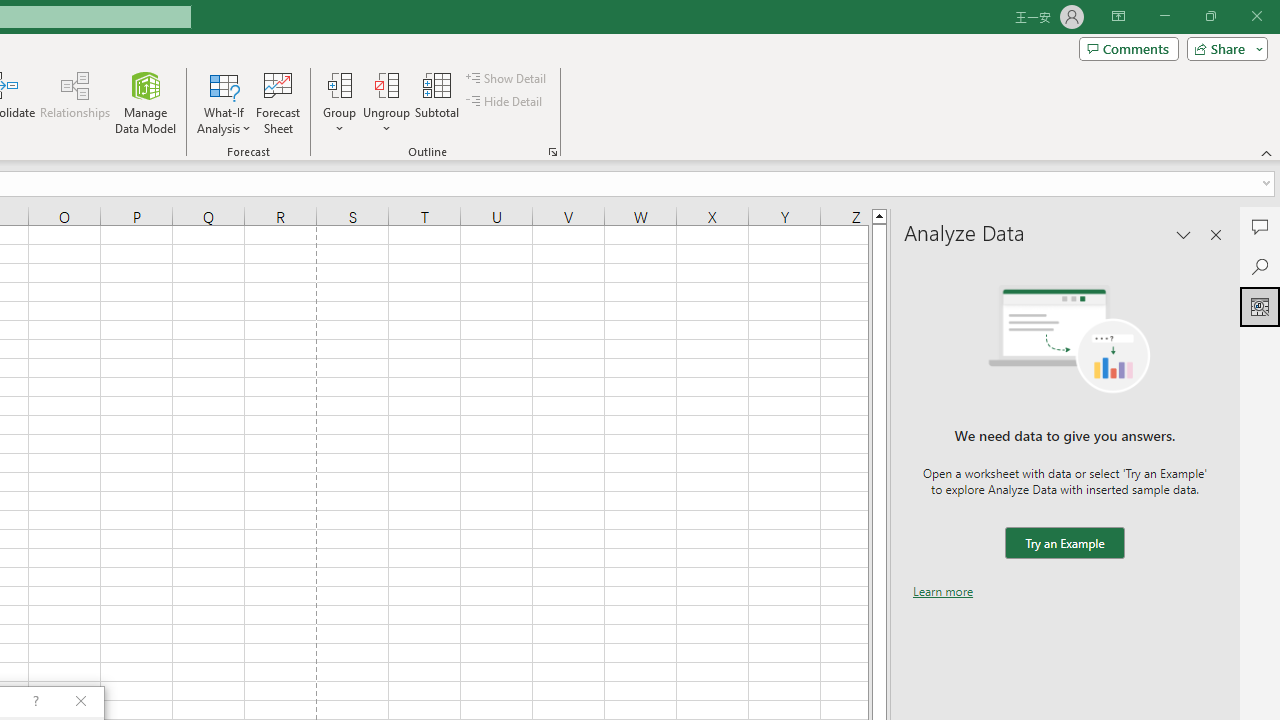 The height and width of the screenshot is (720, 1280). What do you see at coordinates (1117, 16) in the screenshot?
I see `'Ribbon Display Options'` at bounding box center [1117, 16].